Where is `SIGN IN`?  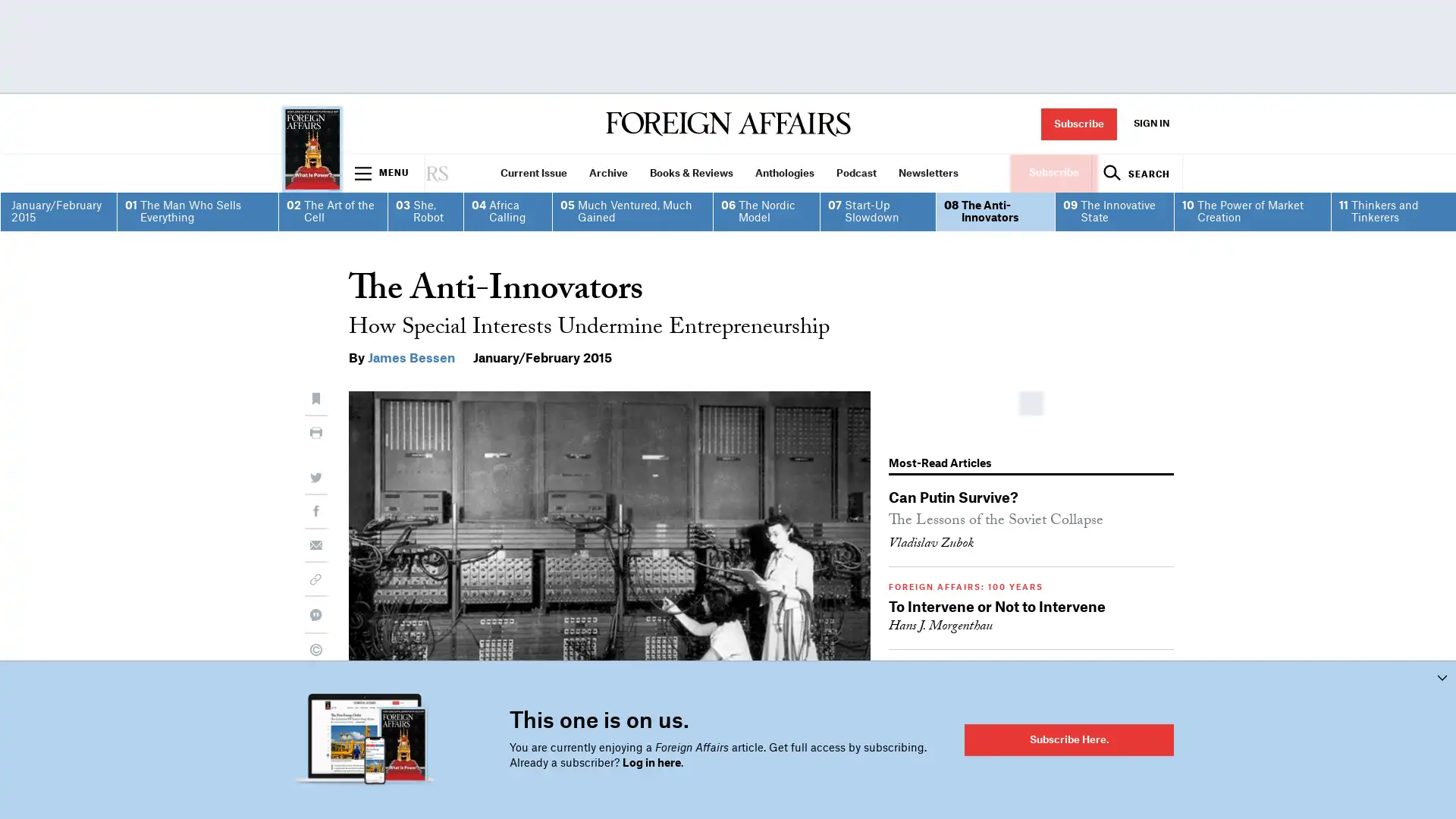
SIGN IN is located at coordinates (1150, 123).